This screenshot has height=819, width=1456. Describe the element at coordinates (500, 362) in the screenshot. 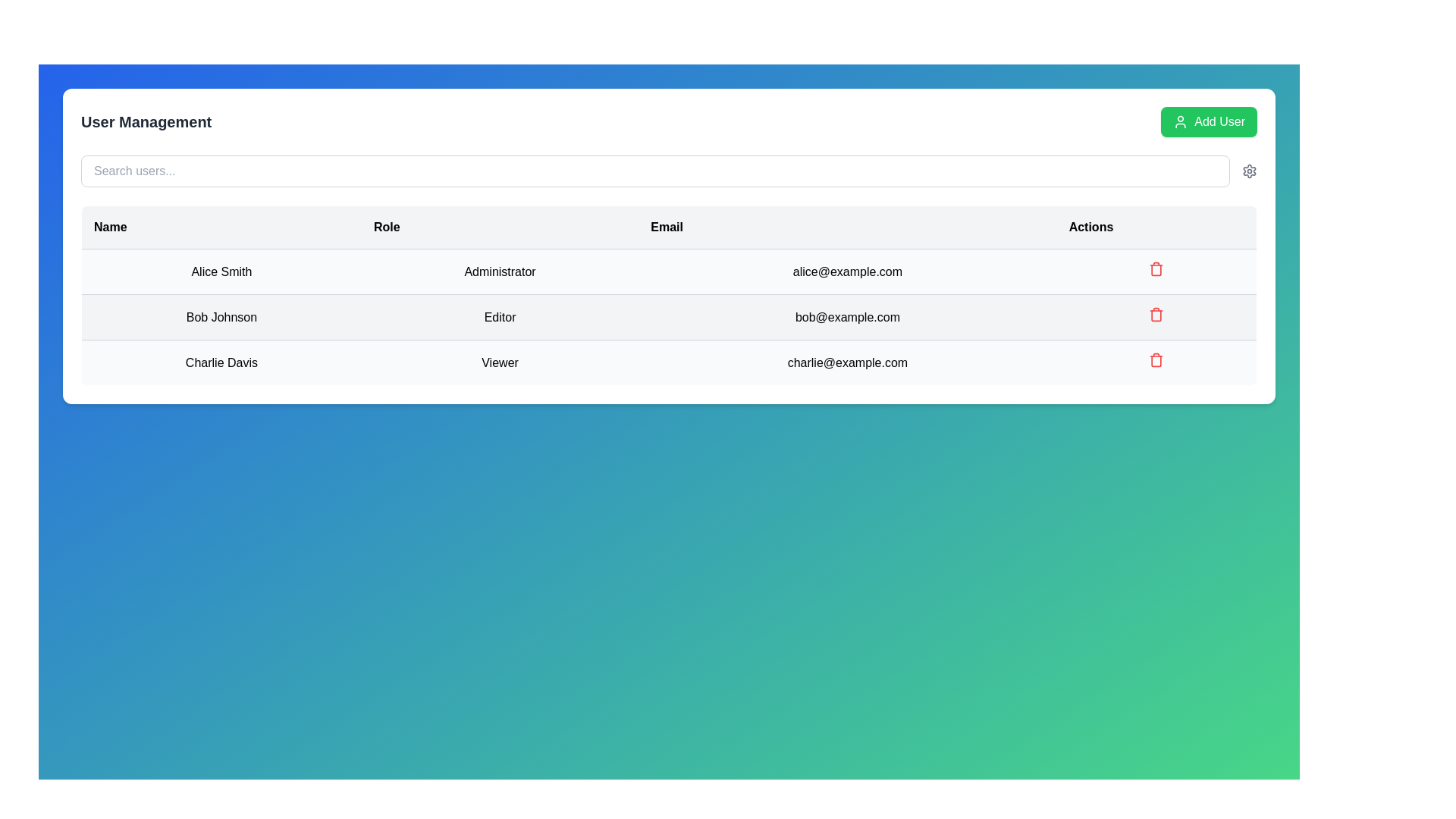

I see `the Label/Text Display indicating 'Viewer' for user 'Charlie Davis' in the user table` at that location.